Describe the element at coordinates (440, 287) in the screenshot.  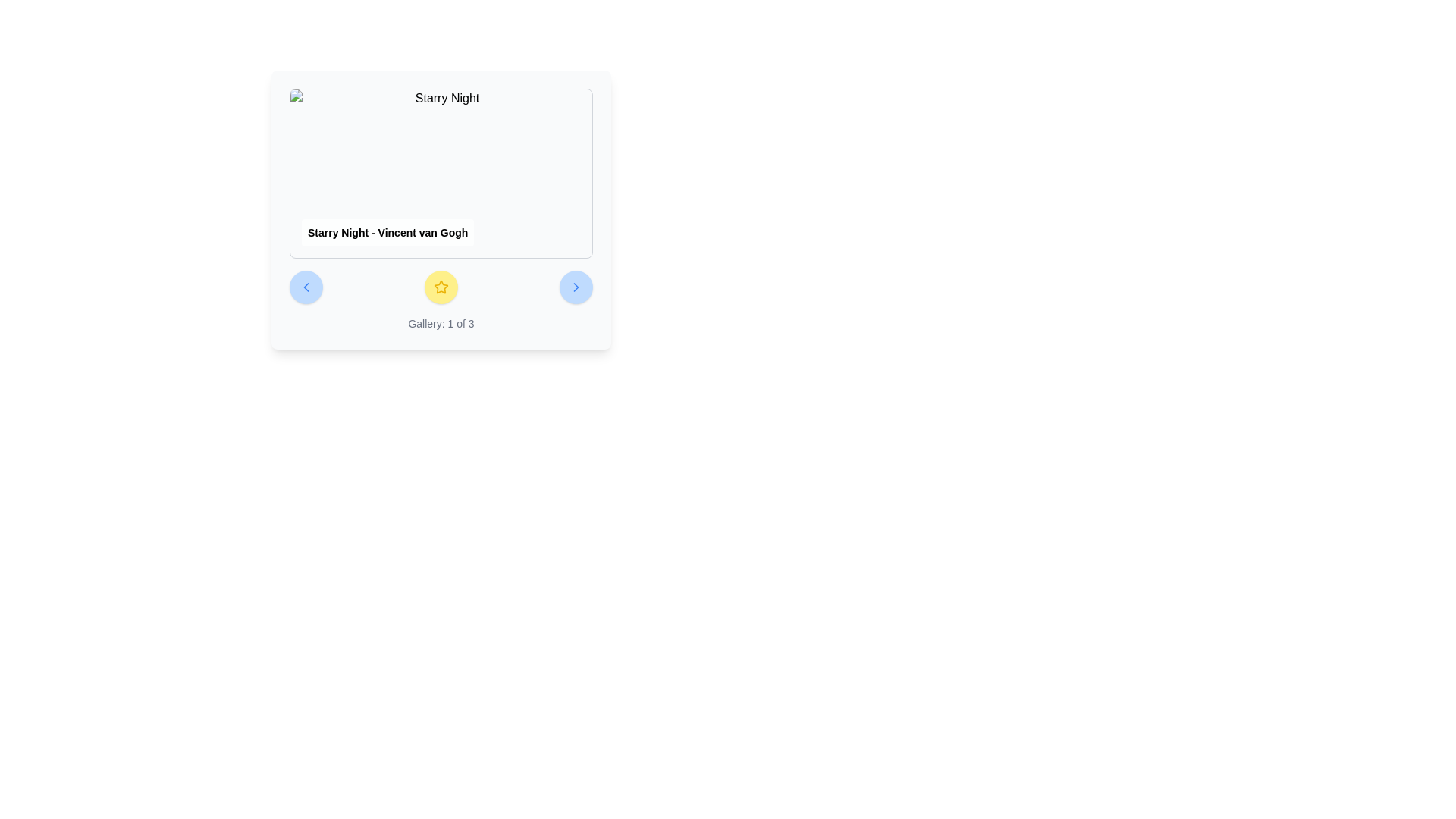
I see `the yellow circular button with a star icon located near the bottom center of the user interface` at that location.